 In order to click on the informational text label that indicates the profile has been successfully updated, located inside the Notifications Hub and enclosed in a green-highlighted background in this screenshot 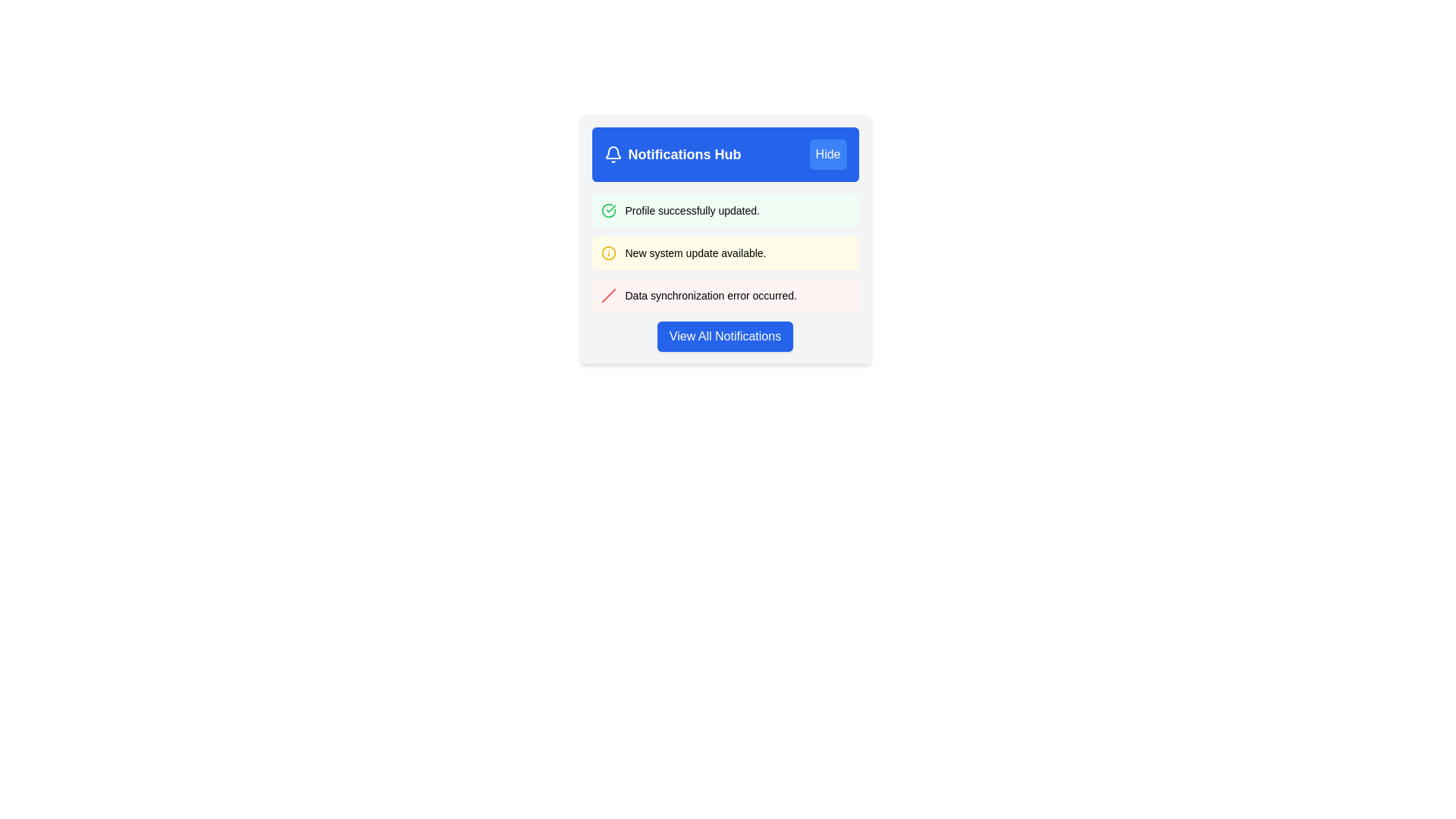, I will do `click(692, 210)`.